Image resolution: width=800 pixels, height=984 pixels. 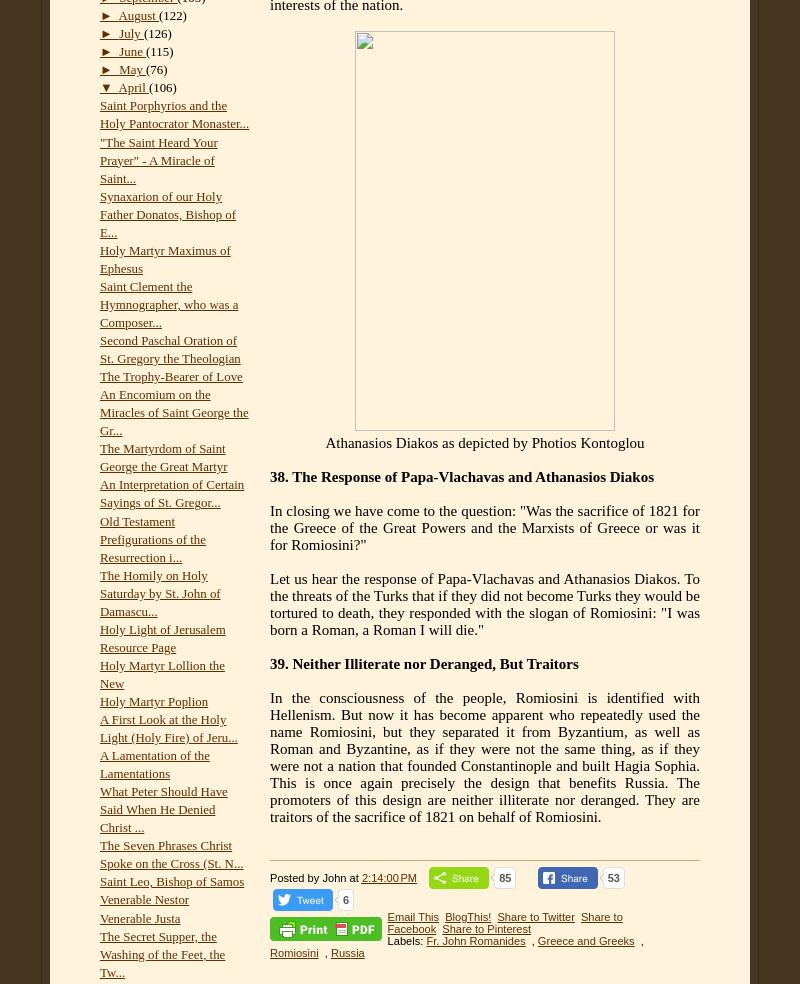 I want to click on '39. Neither Illiterate nor Deranged, But Traitors', so click(x=424, y=664).